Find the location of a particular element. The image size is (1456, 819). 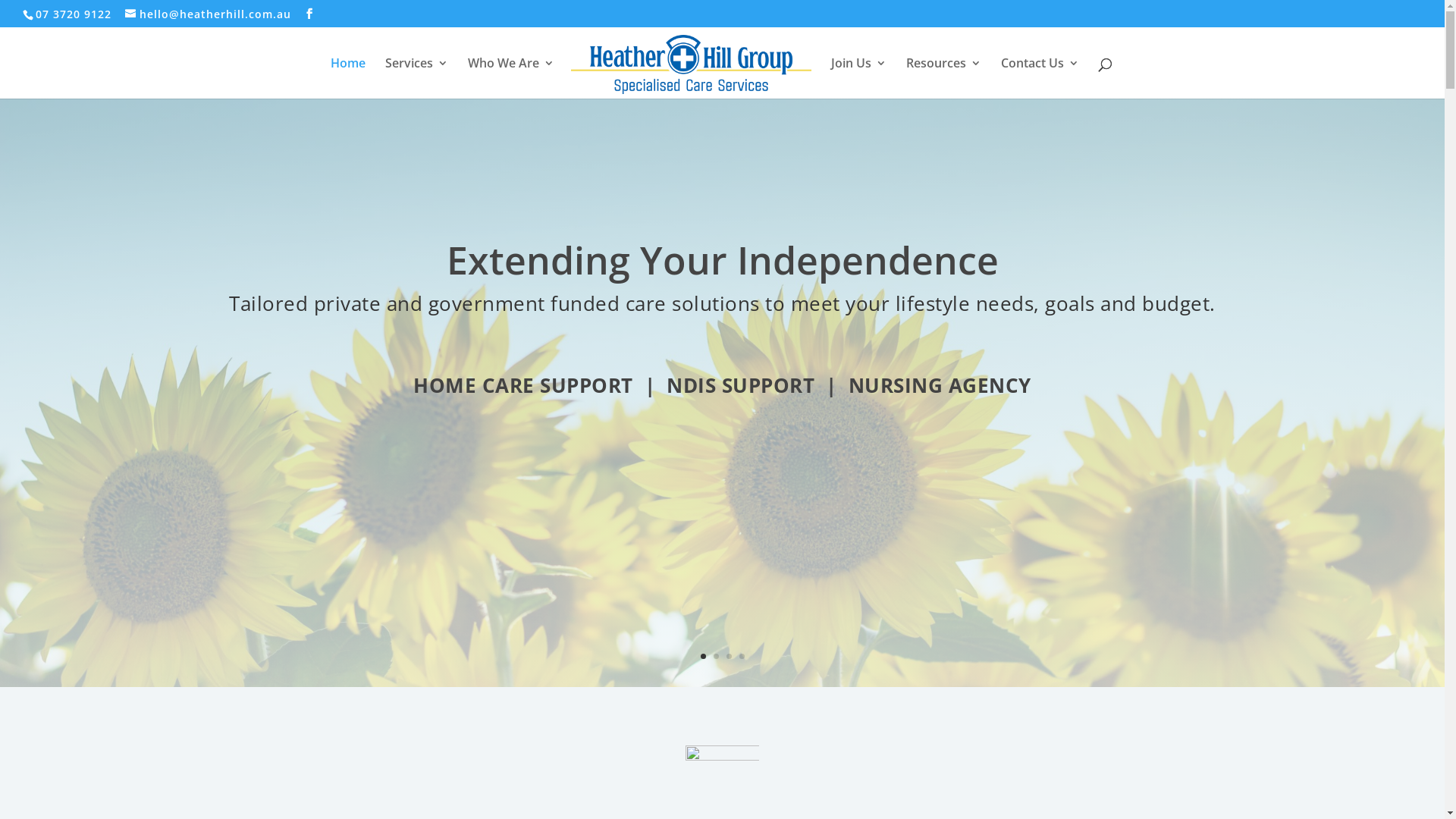

'2' is located at coordinates (712, 655).